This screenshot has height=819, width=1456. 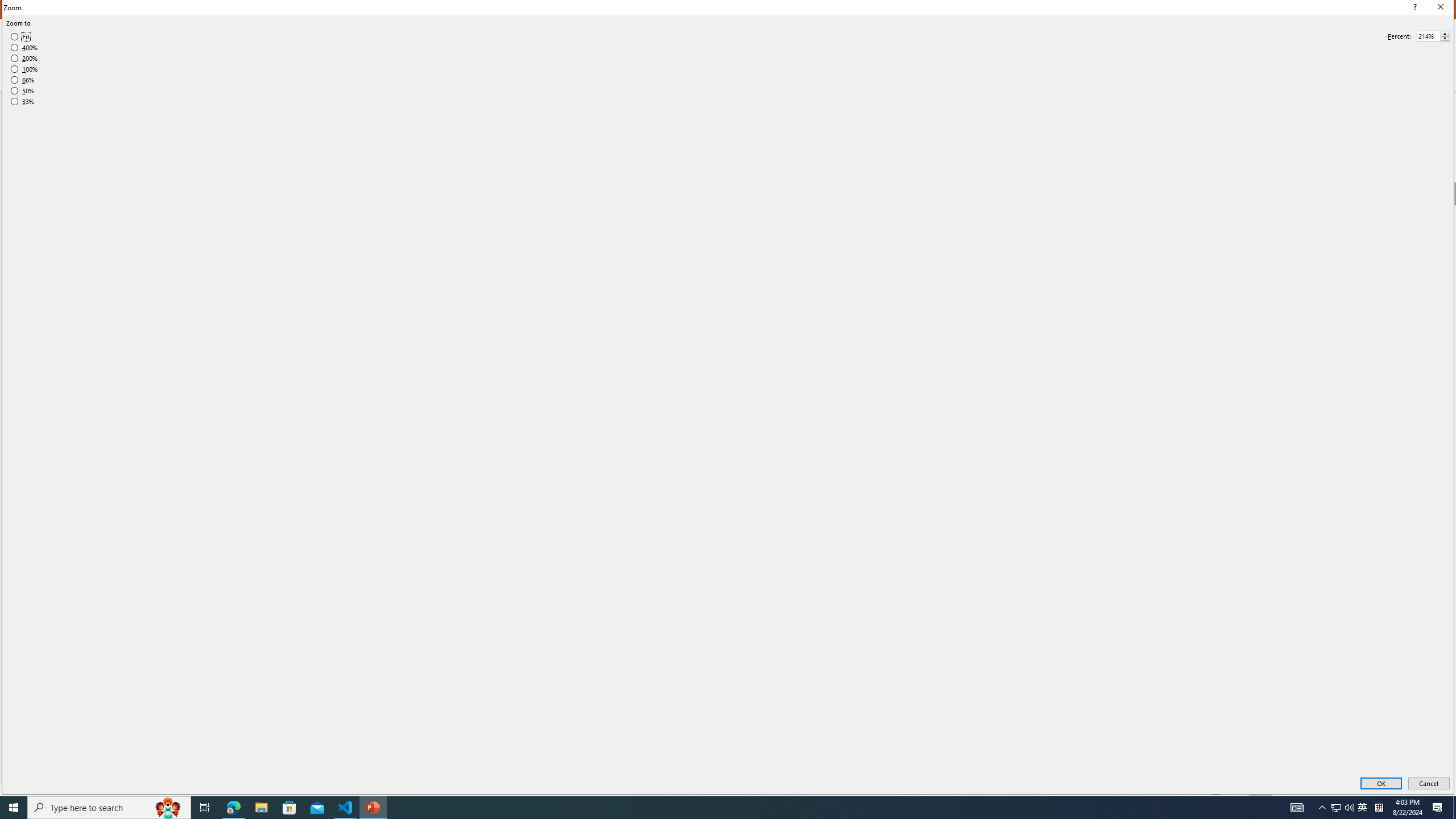 What do you see at coordinates (19, 37) in the screenshot?
I see `'Fit'` at bounding box center [19, 37].